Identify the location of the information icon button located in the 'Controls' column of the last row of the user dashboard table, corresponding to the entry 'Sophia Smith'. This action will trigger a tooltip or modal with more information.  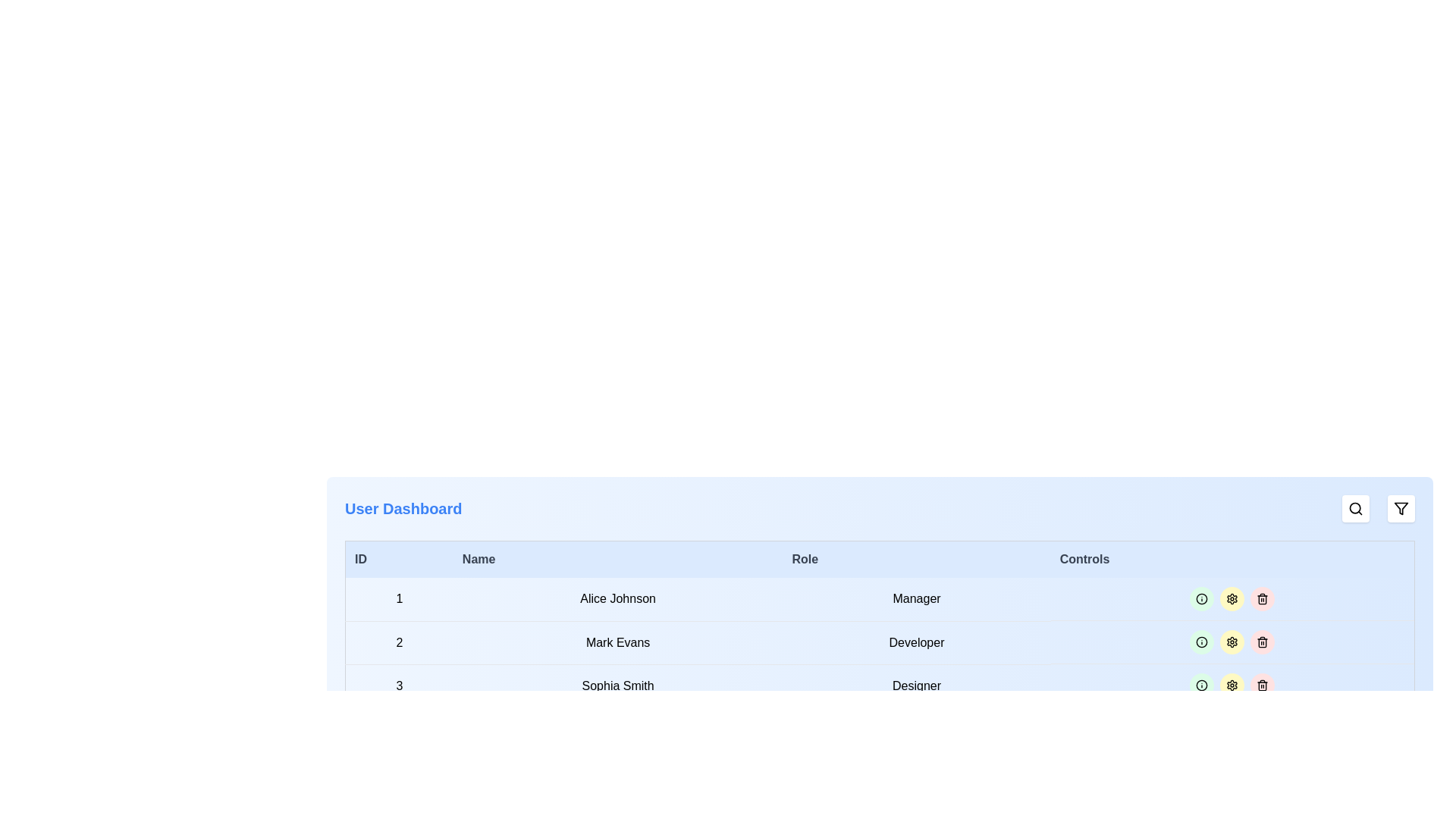
(1201, 685).